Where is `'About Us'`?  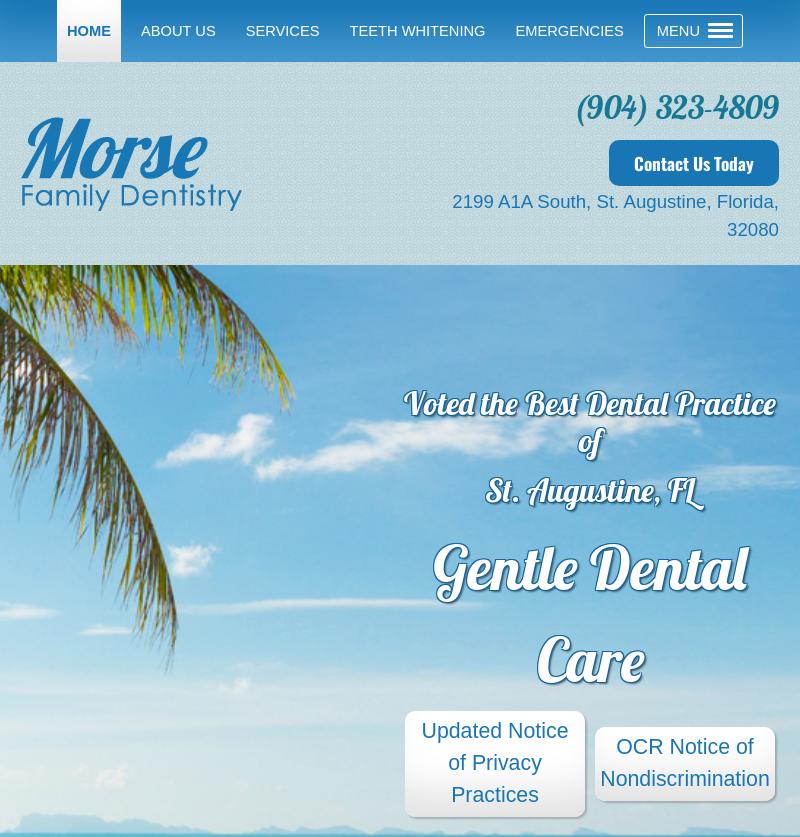
'About Us' is located at coordinates (140, 30).